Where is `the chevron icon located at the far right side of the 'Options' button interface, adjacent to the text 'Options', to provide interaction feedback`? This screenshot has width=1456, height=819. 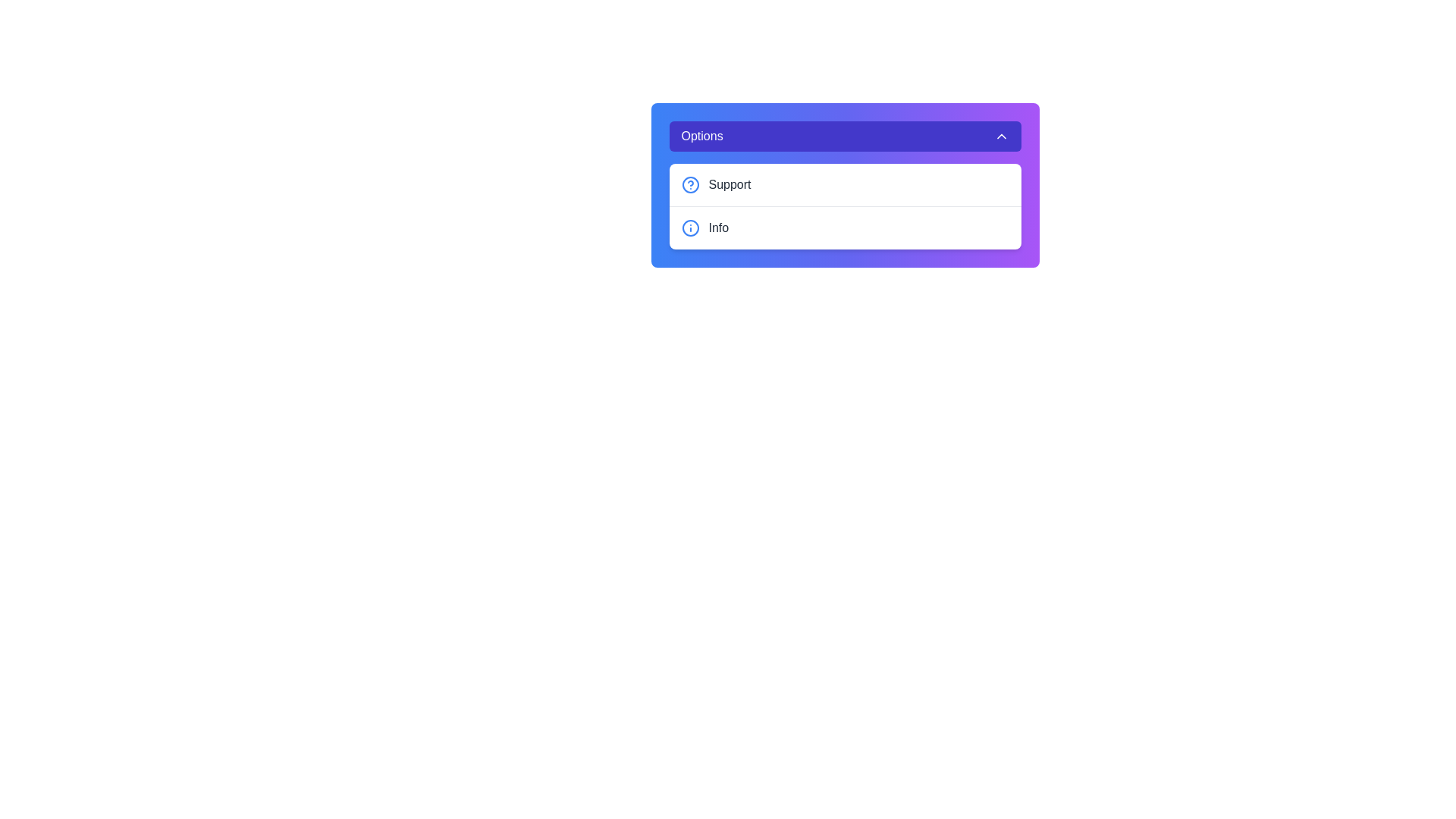
the chevron icon located at the far right side of the 'Options' button interface, adjacent to the text 'Options', to provide interaction feedback is located at coordinates (1001, 136).